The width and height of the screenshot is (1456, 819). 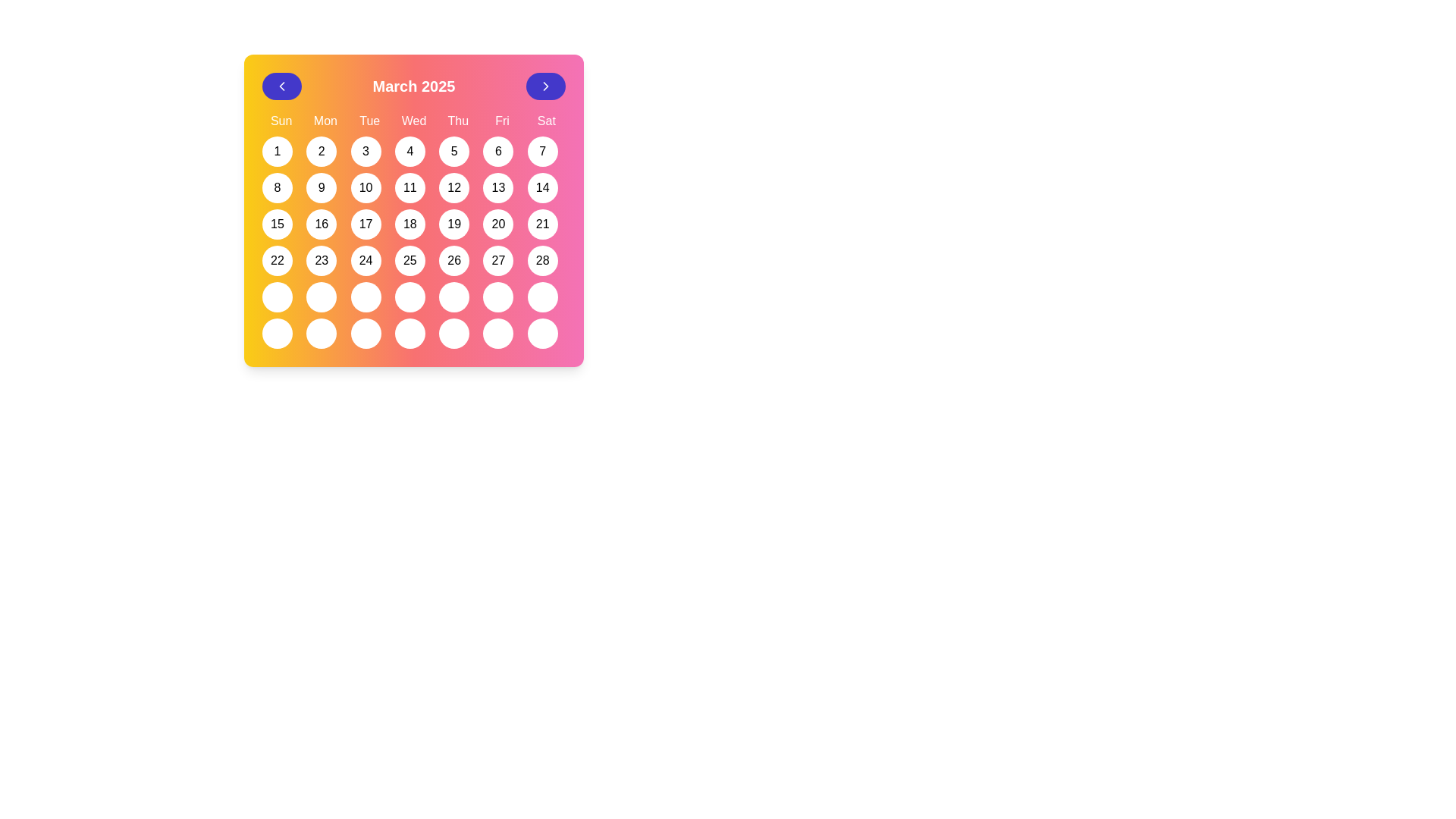 What do you see at coordinates (414, 120) in the screenshot?
I see `the static text label displaying 'Wed' in bold white font on a pink background, located in the fourth column of the top row in the calendar grid` at bounding box center [414, 120].